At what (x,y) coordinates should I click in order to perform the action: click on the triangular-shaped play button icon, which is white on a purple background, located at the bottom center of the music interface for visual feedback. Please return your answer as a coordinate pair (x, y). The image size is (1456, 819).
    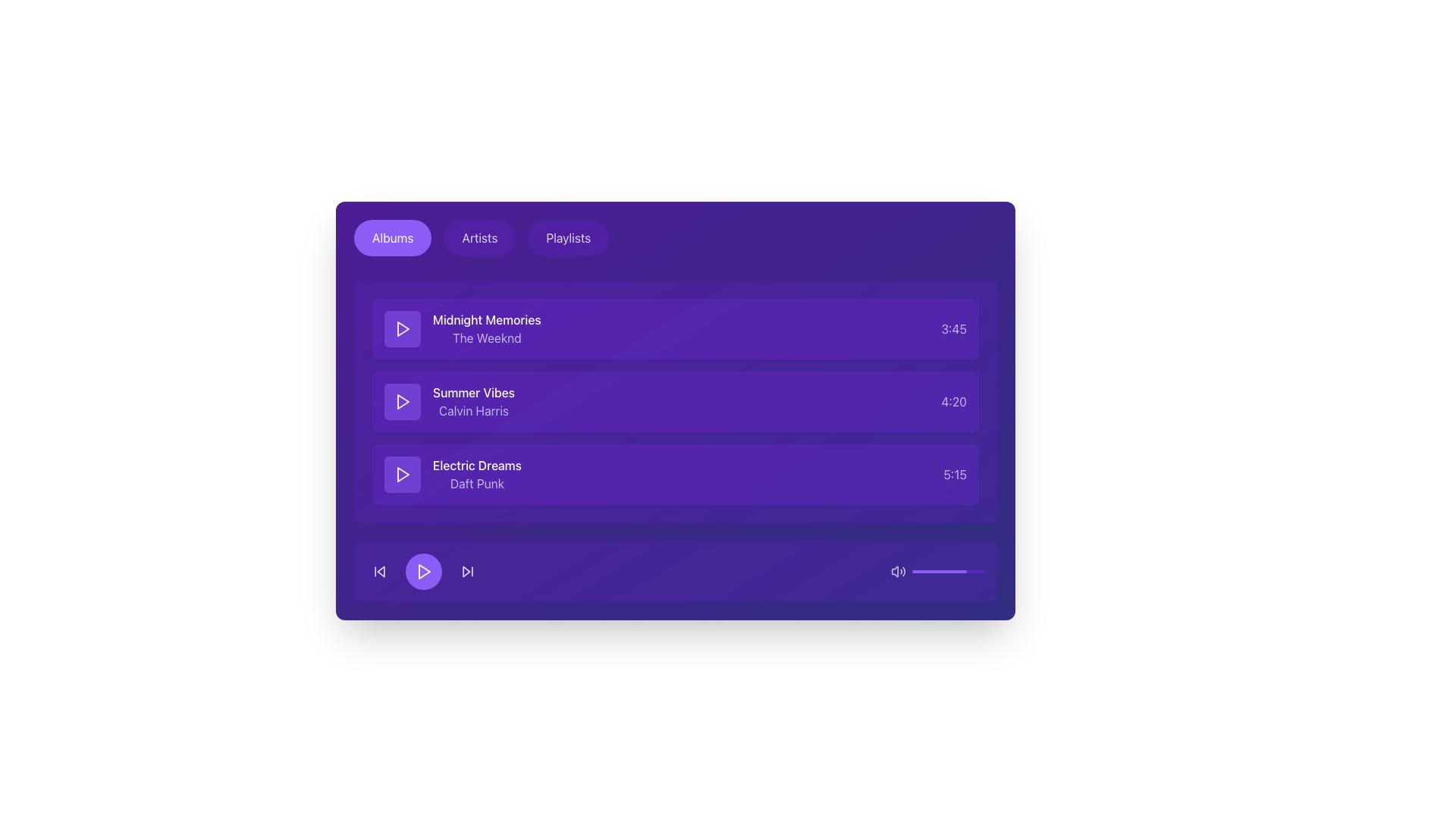
    Looking at the image, I should click on (423, 571).